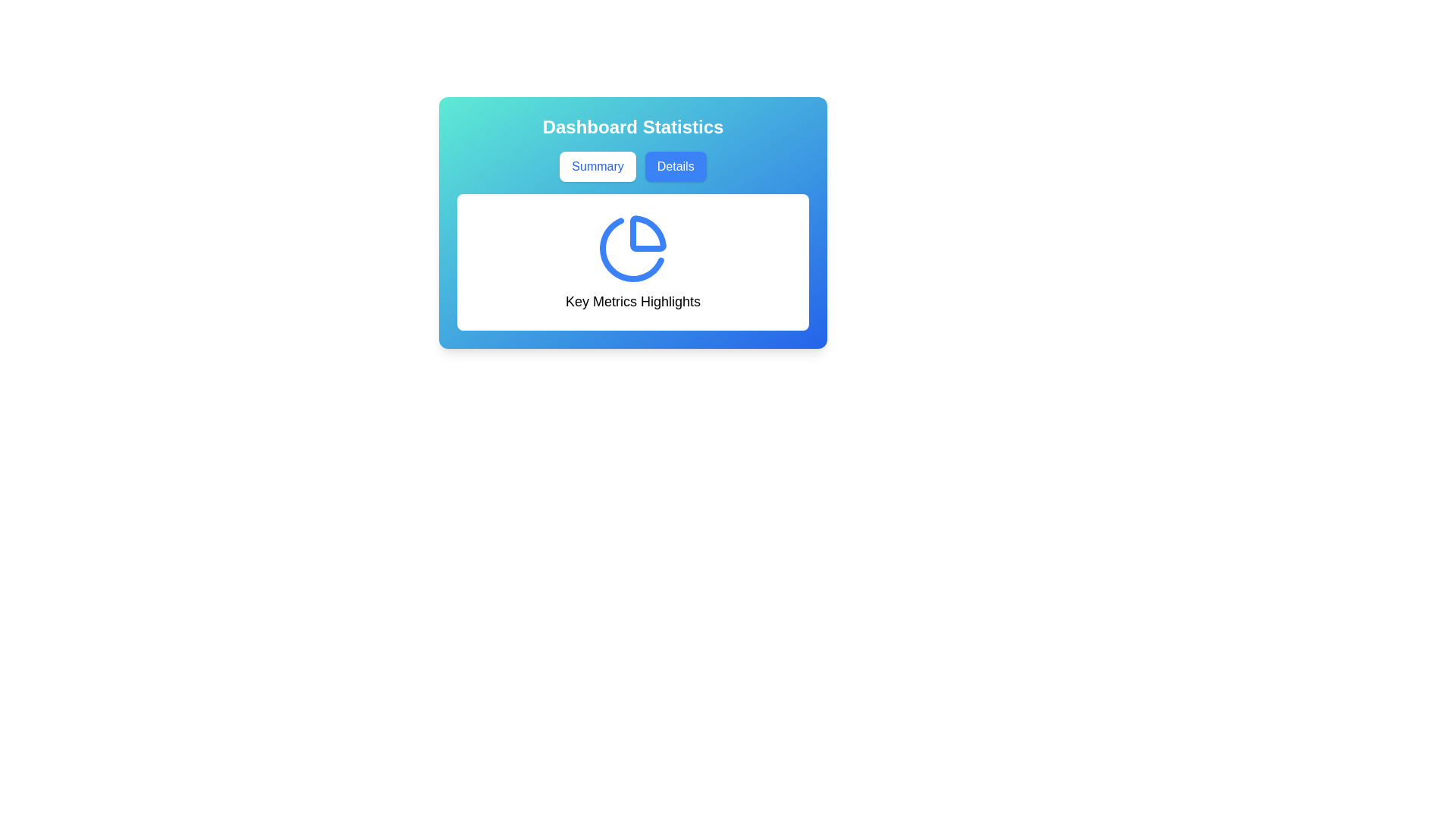  What do you see at coordinates (597, 166) in the screenshot?
I see `the button on the left side of the 'Dashboard Statistics' header` at bounding box center [597, 166].